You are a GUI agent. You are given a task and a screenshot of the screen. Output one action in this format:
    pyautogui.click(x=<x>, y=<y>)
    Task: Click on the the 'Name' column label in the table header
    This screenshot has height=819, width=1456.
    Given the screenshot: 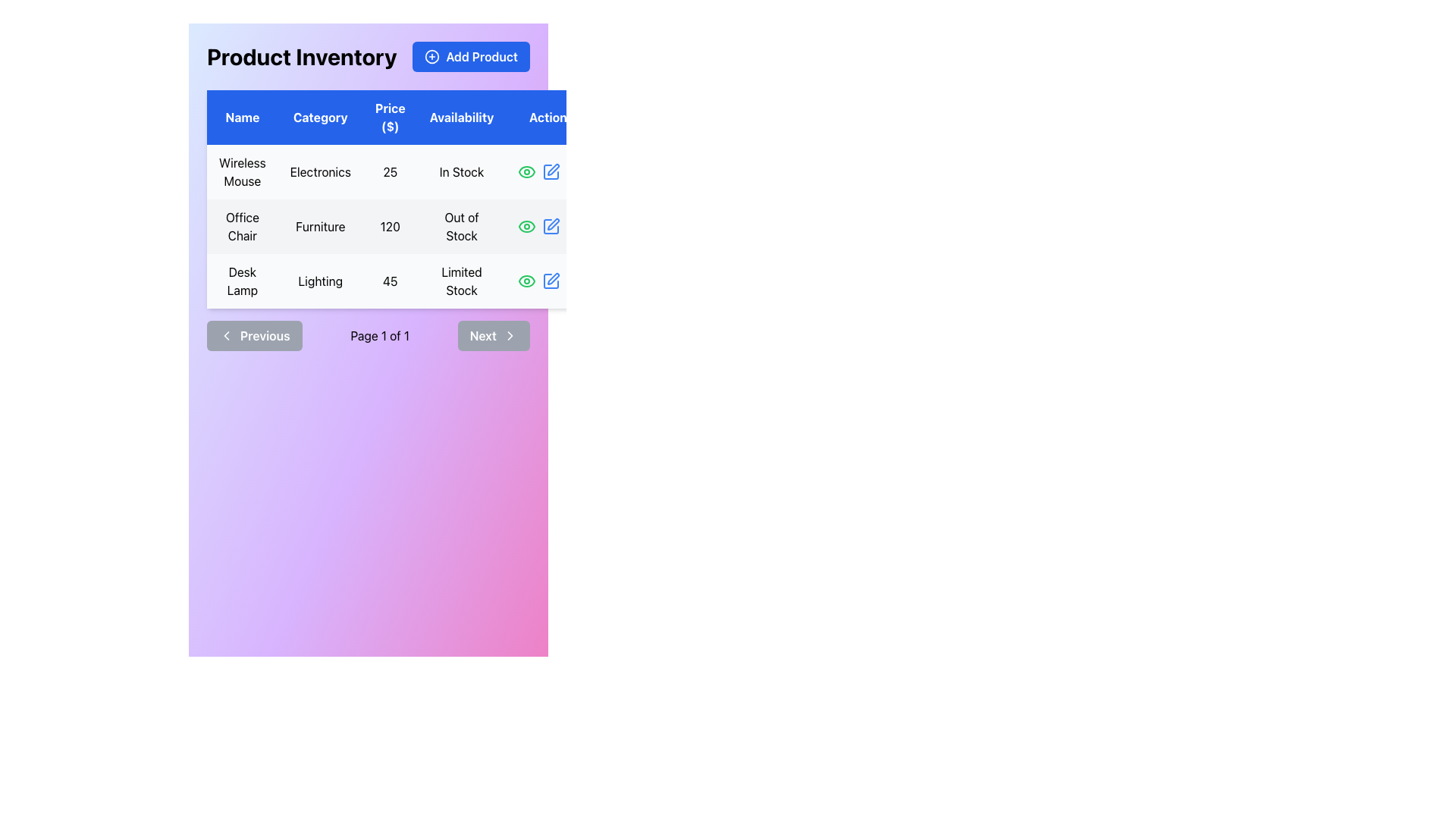 What is the action you would take?
    pyautogui.click(x=241, y=116)
    